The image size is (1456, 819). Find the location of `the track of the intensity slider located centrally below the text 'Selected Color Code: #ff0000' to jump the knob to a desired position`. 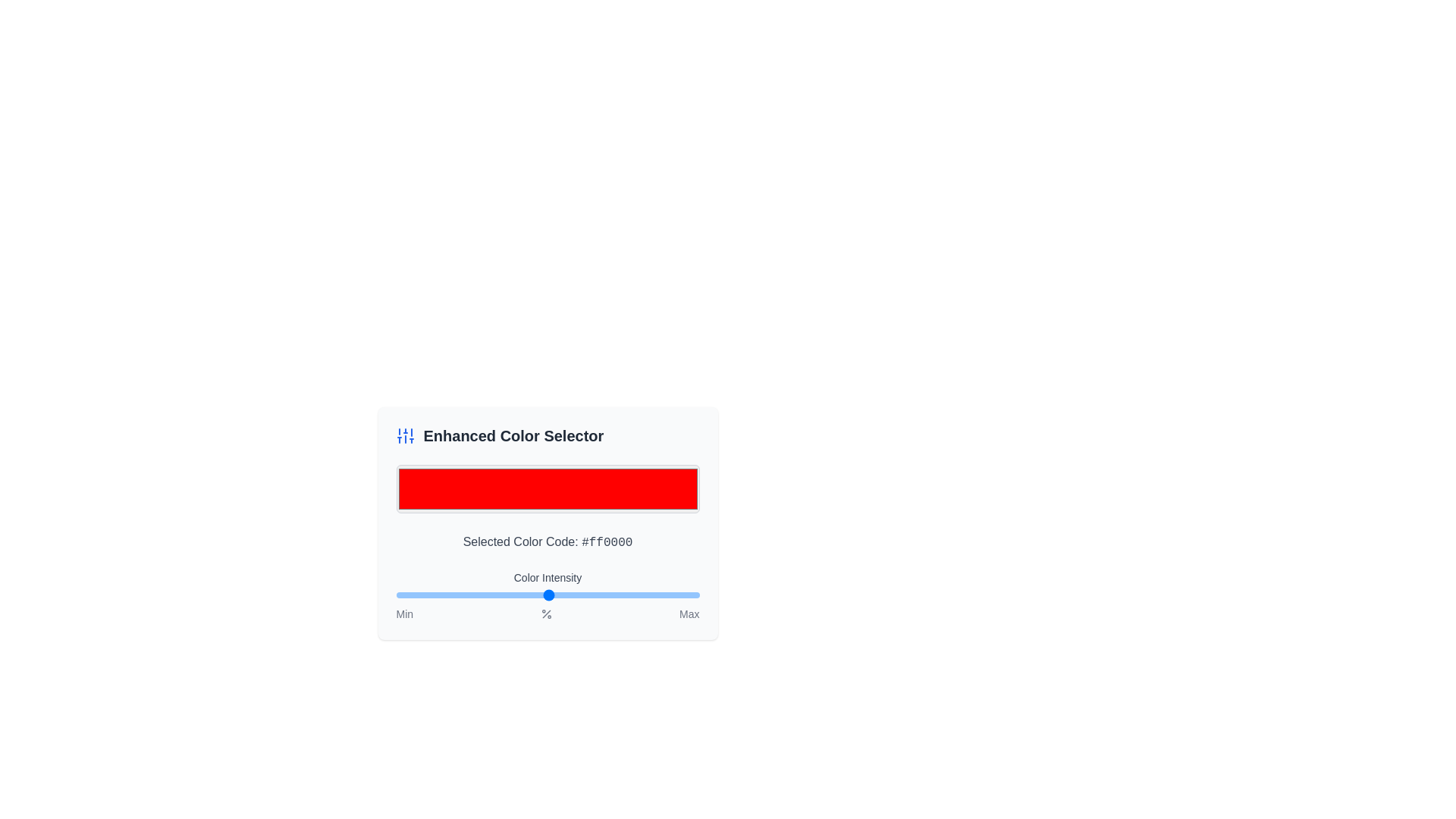

the track of the intensity slider located centrally below the text 'Selected Color Code: #ff0000' to jump the knob to a desired position is located at coordinates (547, 595).